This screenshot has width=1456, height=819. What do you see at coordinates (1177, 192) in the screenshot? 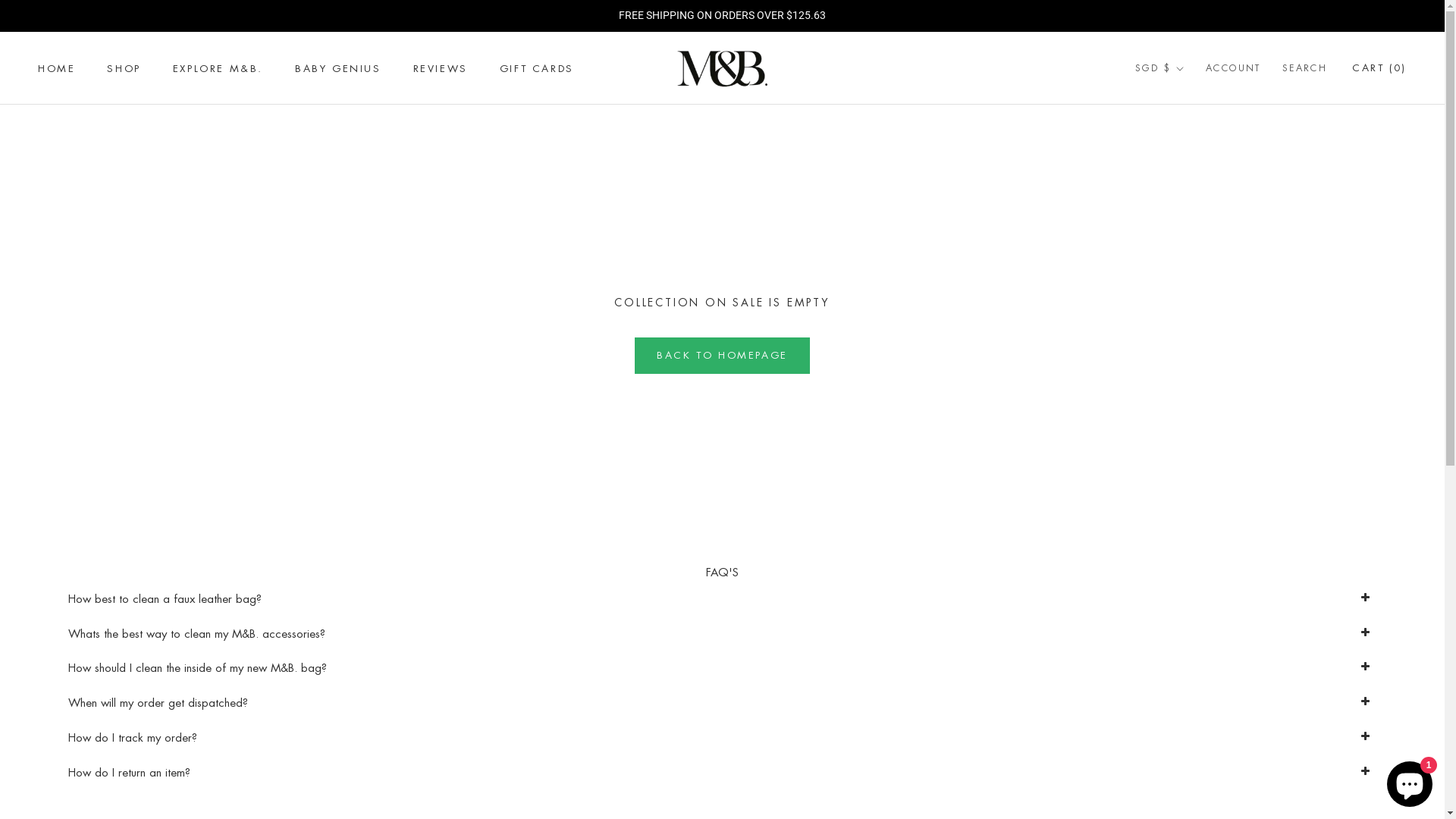
I see `'JPY'` at bounding box center [1177, 192].